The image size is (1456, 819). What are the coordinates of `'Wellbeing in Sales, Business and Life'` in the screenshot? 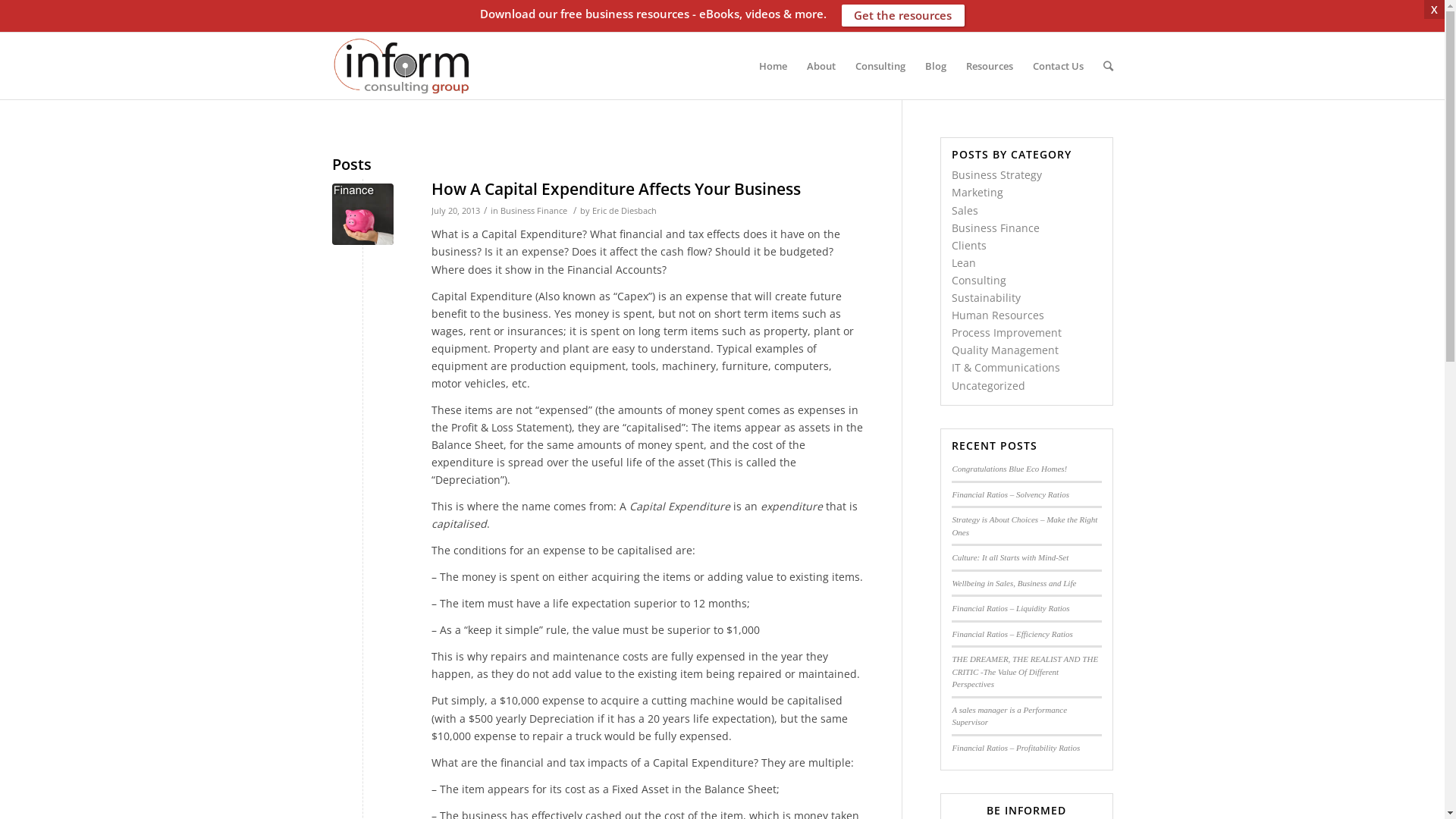 It's located at (1014, 581).